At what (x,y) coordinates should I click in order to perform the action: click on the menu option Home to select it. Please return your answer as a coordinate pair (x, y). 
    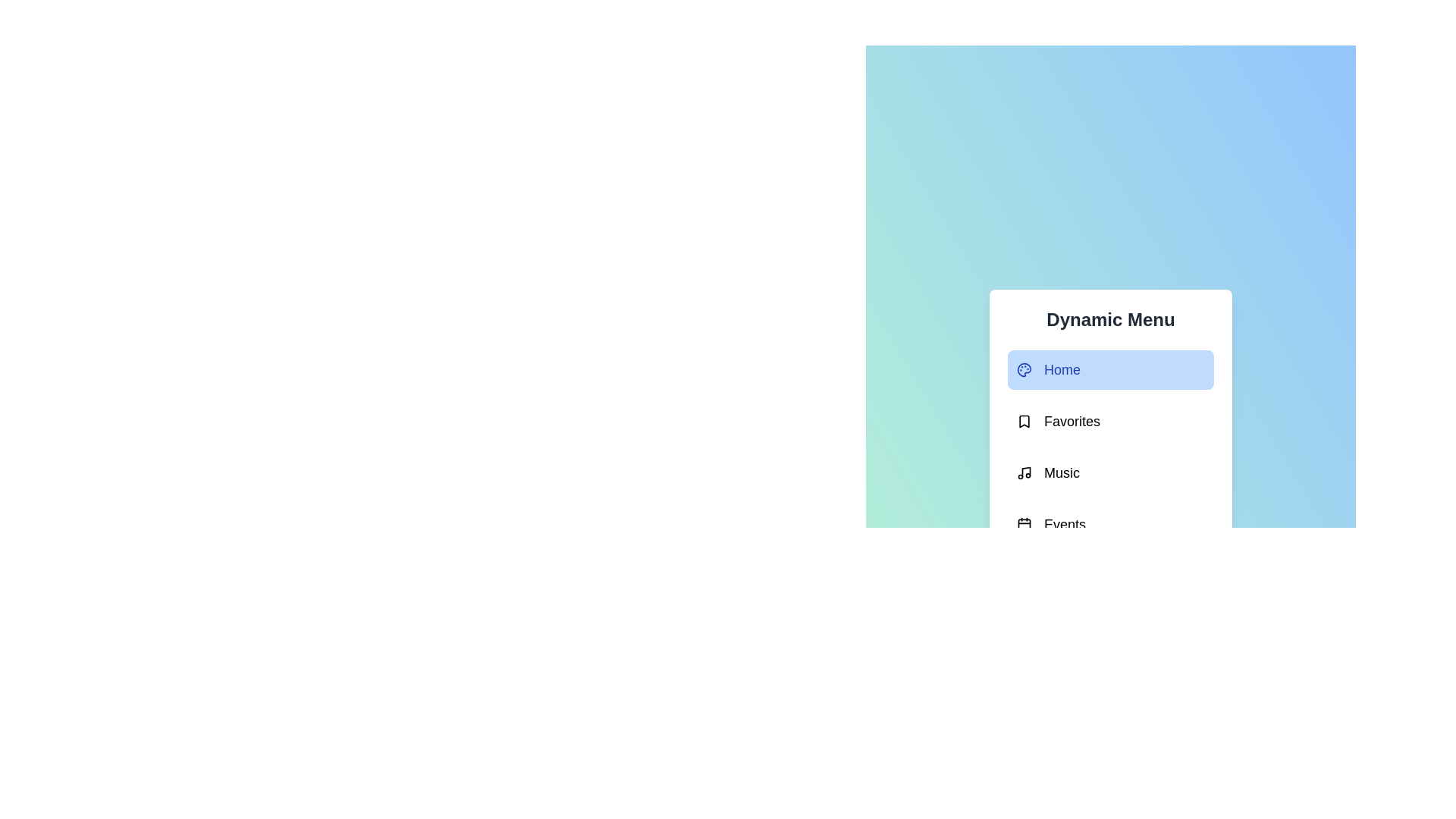
    Looking at the image, I should click on (1110, 370).